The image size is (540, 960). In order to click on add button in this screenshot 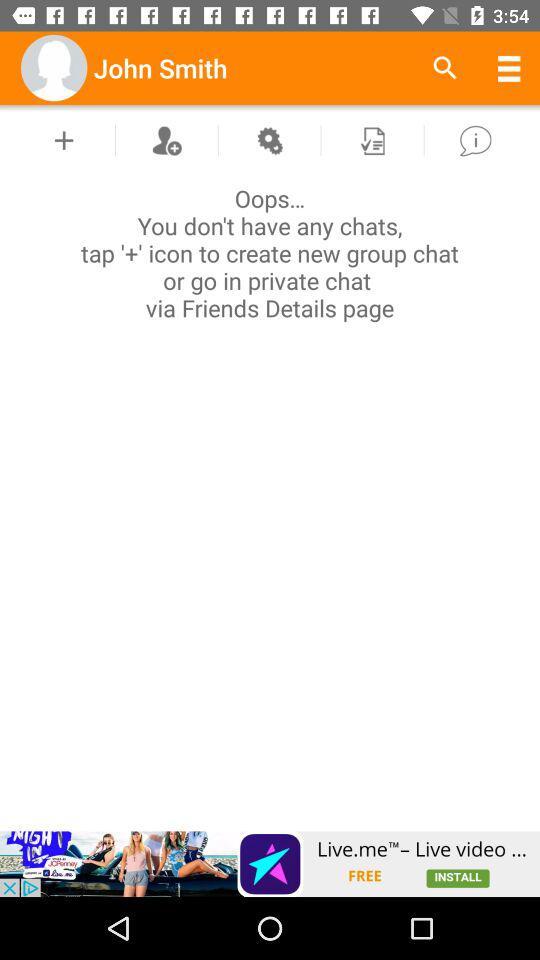, I will do `click(64, 139)`.